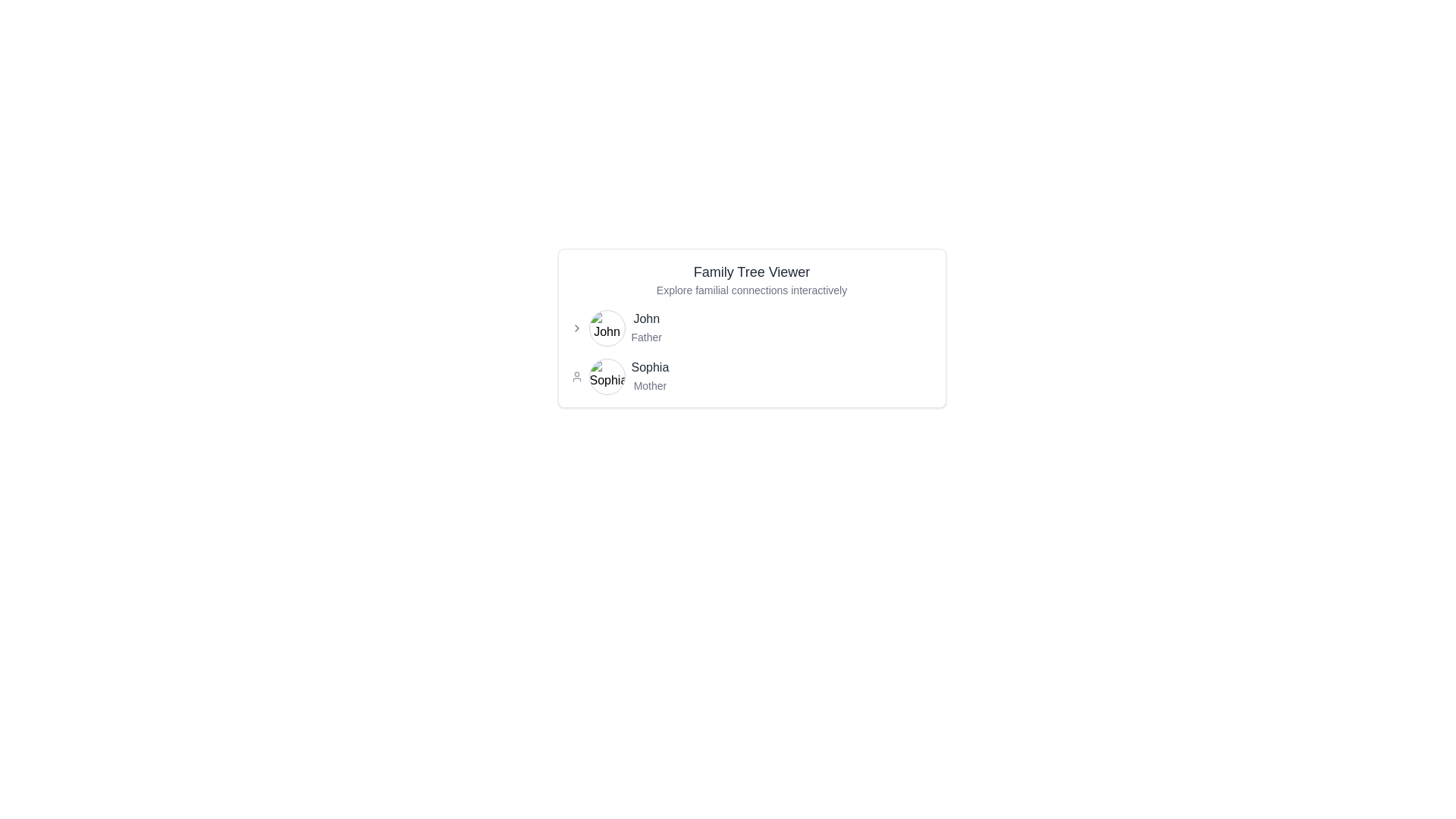 The height and width of the screenshot is (819, 1456). Describe the element at coordinates (646, 336) in the screenshot. I see `the text label displaying 'Father' styled in gray font, located directly beneath the name 'John' in the center-right region of the interface` at that location.